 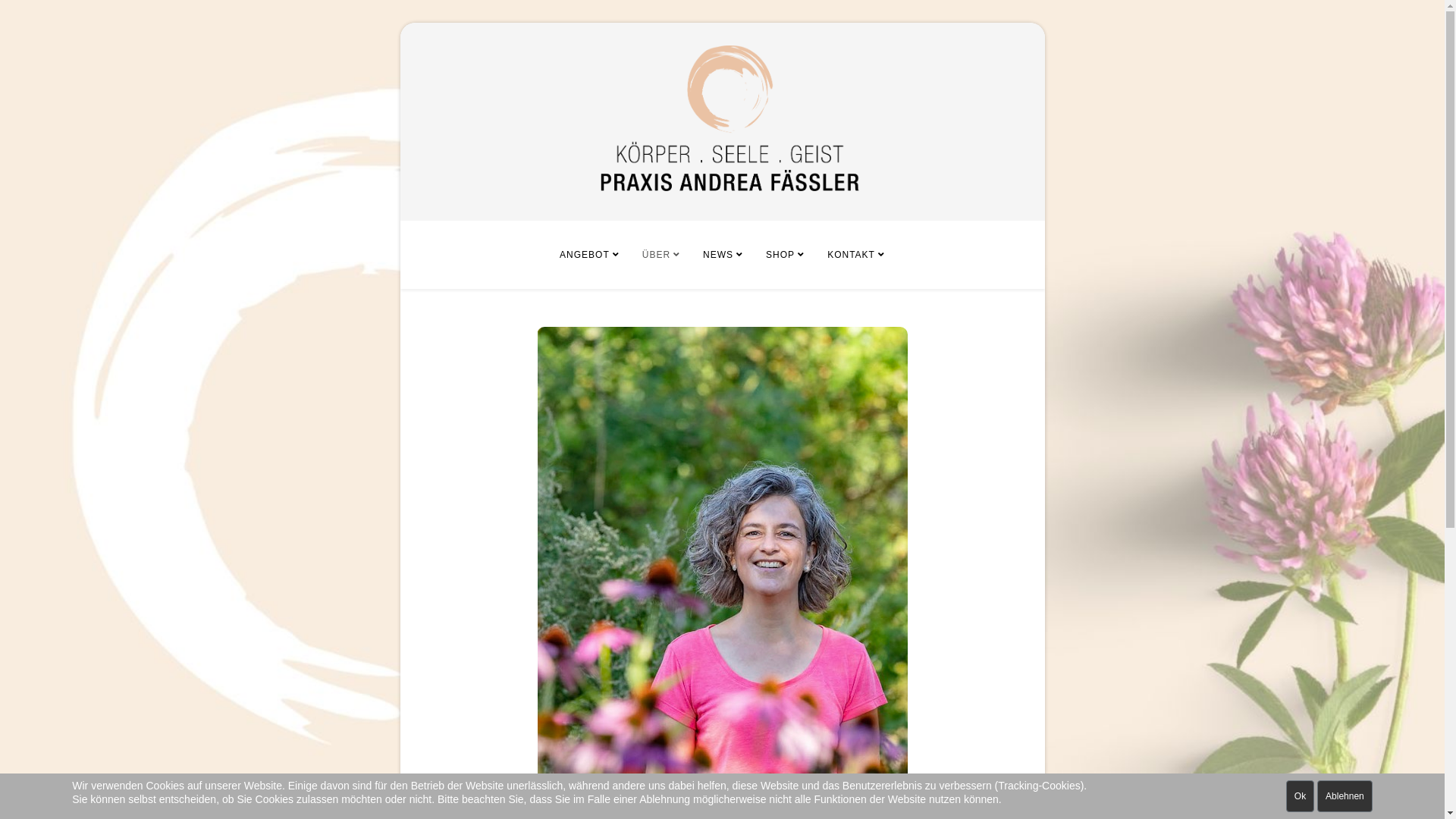 I want to click on 'KONTAKT', so click(x=814, y=253).